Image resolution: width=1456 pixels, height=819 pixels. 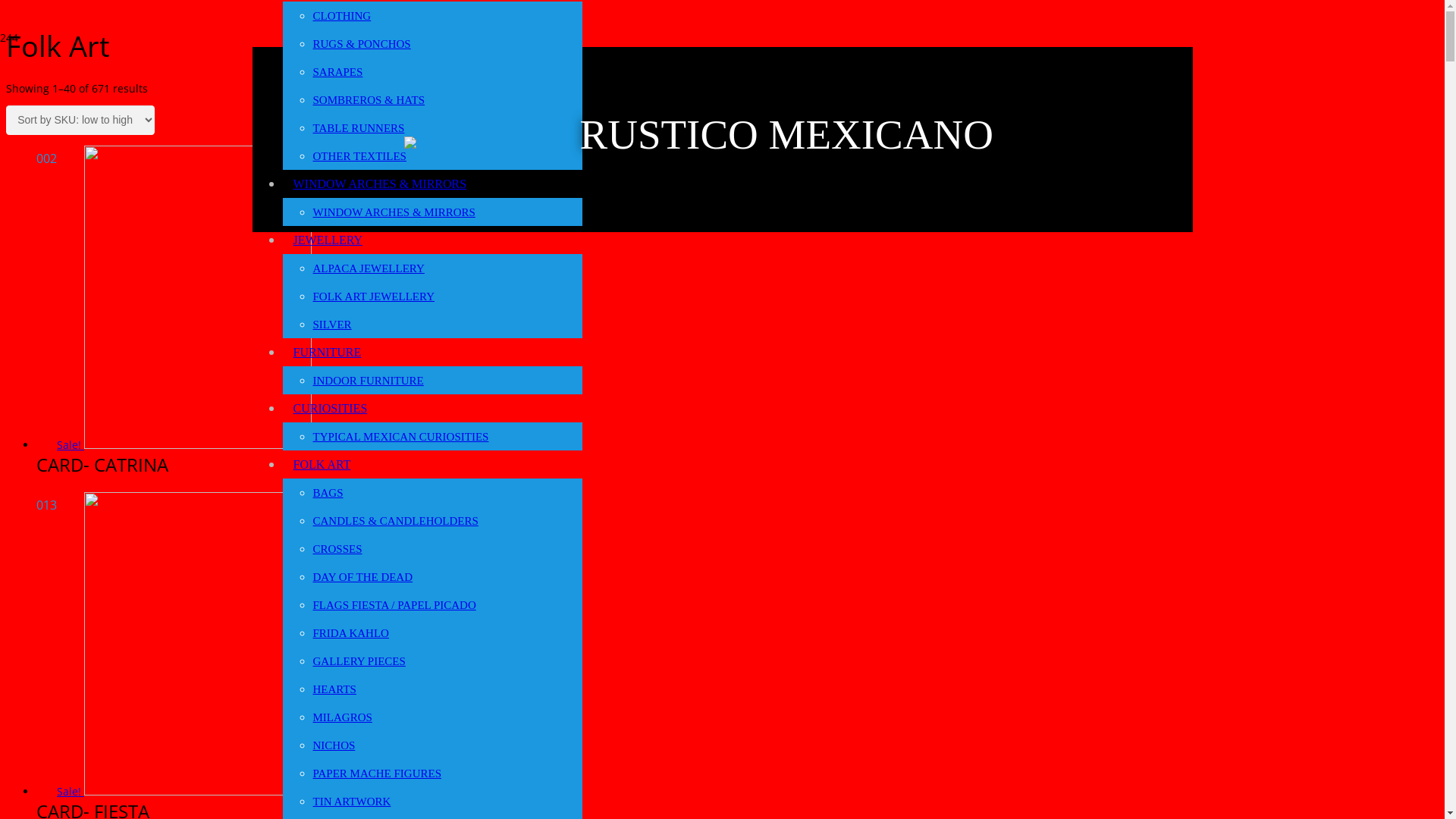 What do you see at coordinates (333, 689) in the screenshot?
I see `'HEARTS'` at bounding box center [333, 689].